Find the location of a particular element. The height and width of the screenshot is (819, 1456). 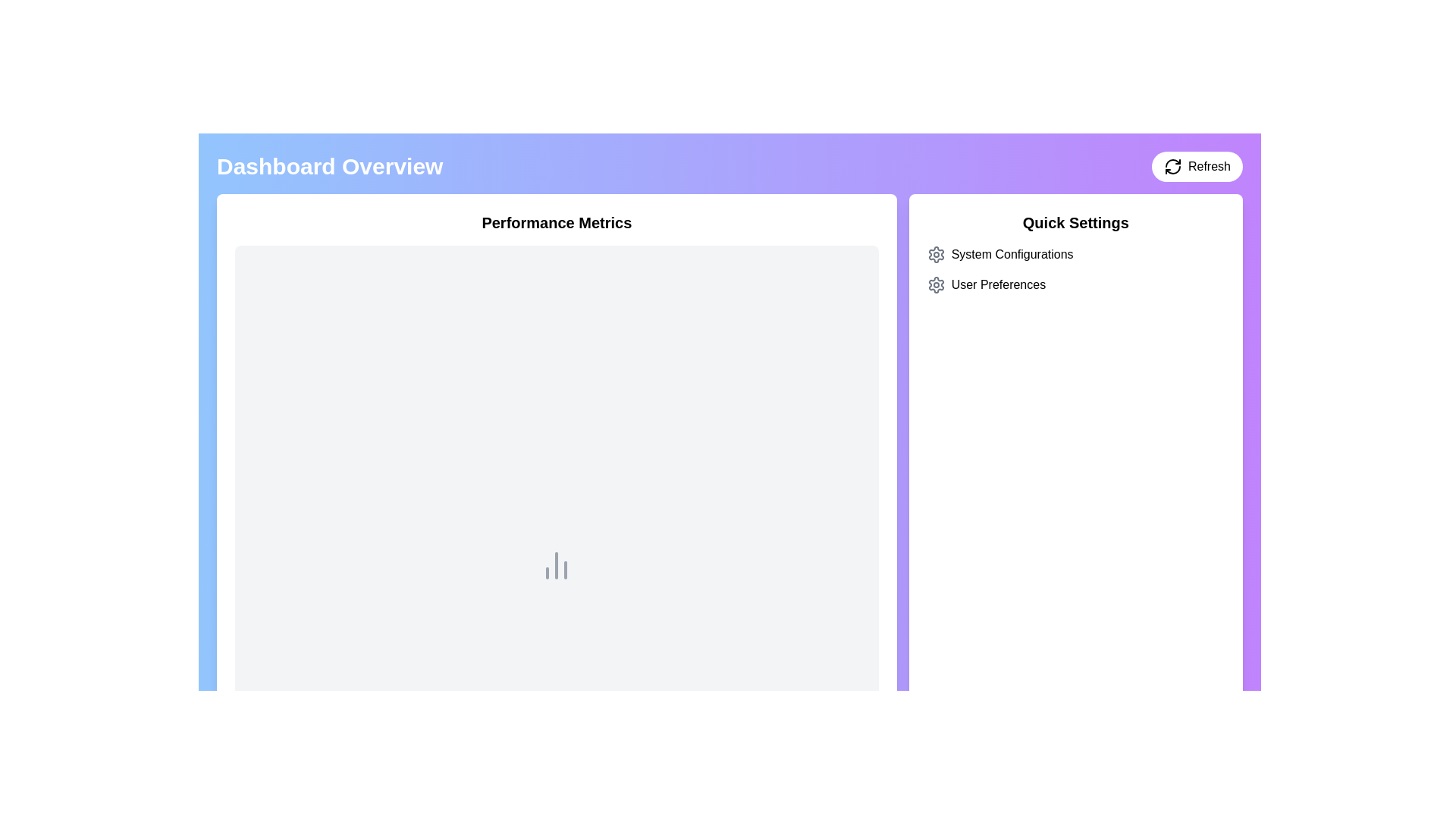

the small gray gear icon located to the left of the 'User Preferences' text in the 'Quick Settings' group is located at coordinates (935, 284).